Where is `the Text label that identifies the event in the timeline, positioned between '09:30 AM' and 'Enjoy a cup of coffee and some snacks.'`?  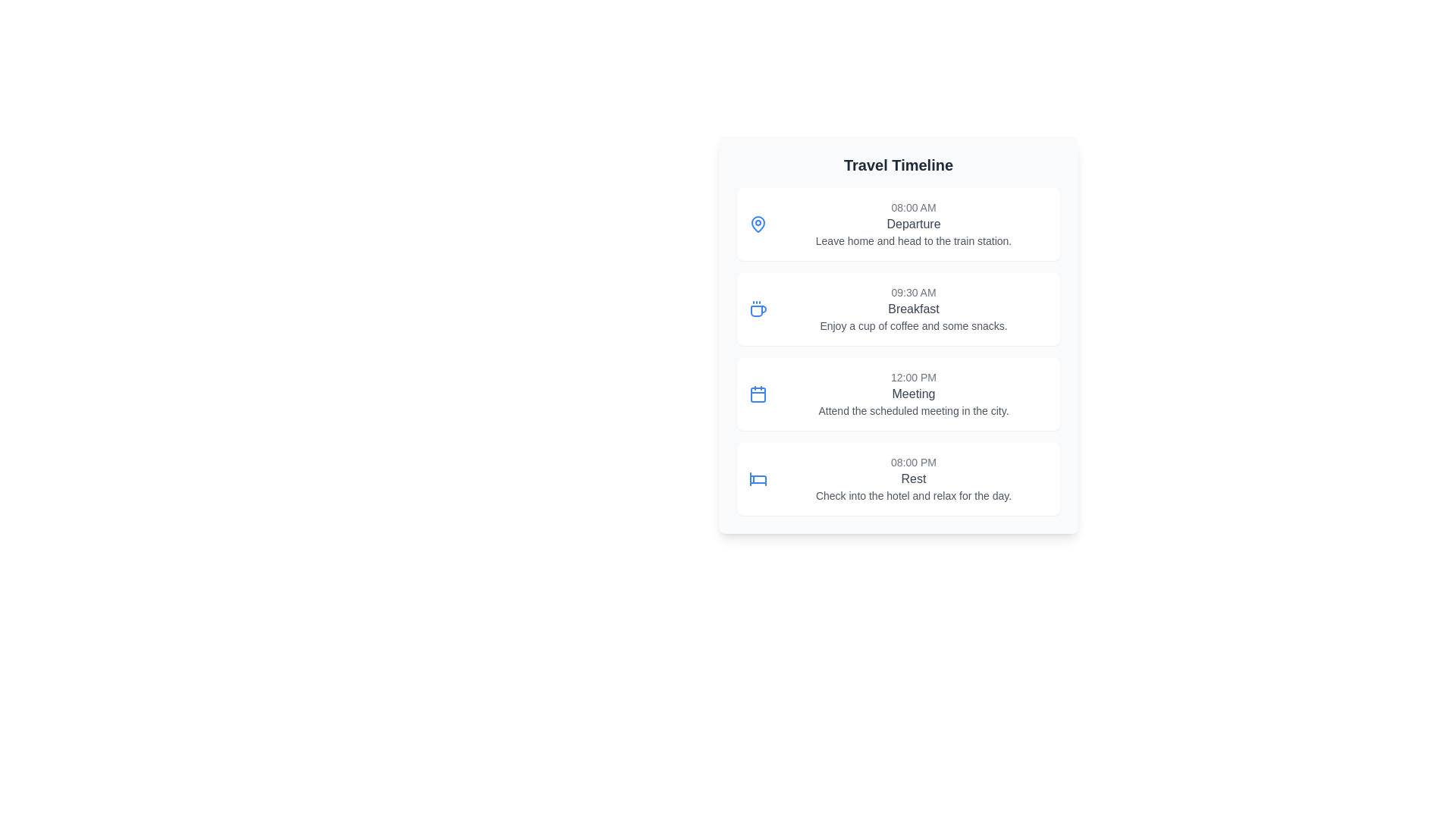
the Text label that identifies the event in the timeline, positioned between '09:30 AM' and 'Enjoy a cup of coffee and some snacks.' is located at coordinates (912, 309).